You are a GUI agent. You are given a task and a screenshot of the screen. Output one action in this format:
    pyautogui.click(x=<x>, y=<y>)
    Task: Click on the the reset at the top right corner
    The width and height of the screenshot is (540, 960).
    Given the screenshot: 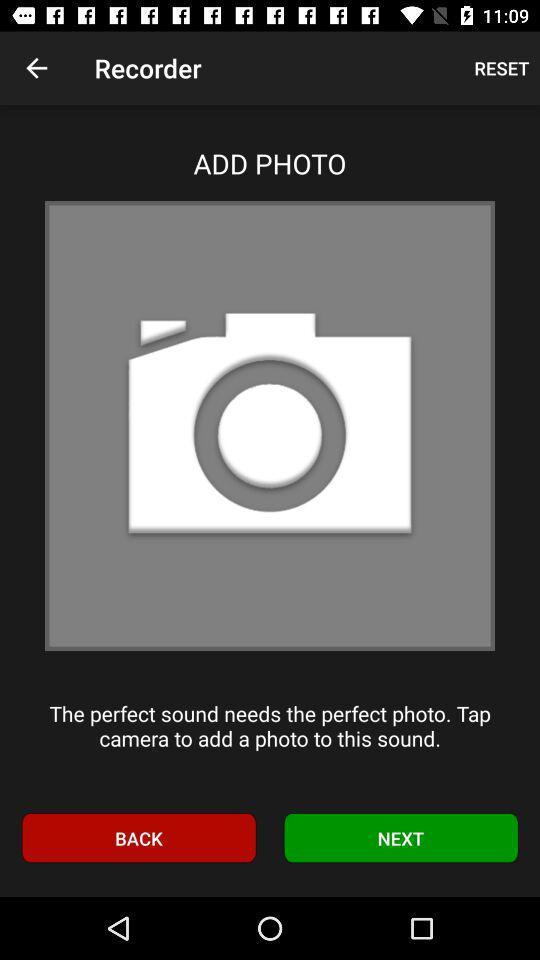 What is the action you would take?
    pyautogui.click(x=500, y=68)
    